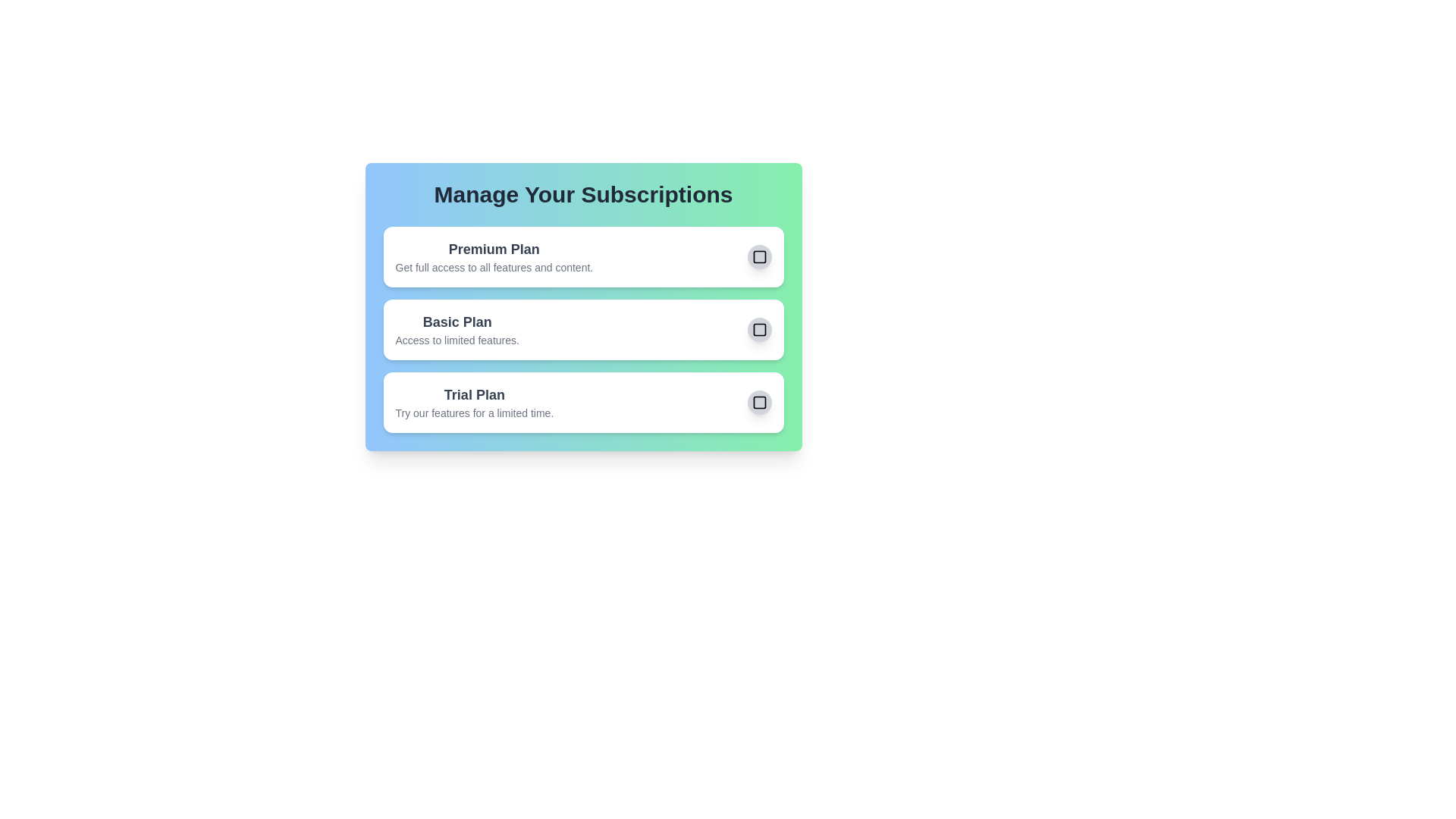 This screenshot has height=819, width=1456. Describe the element at coordinates (582, 329) in the screenshot. I see `the details of the basic subscription plan represented` at that location.